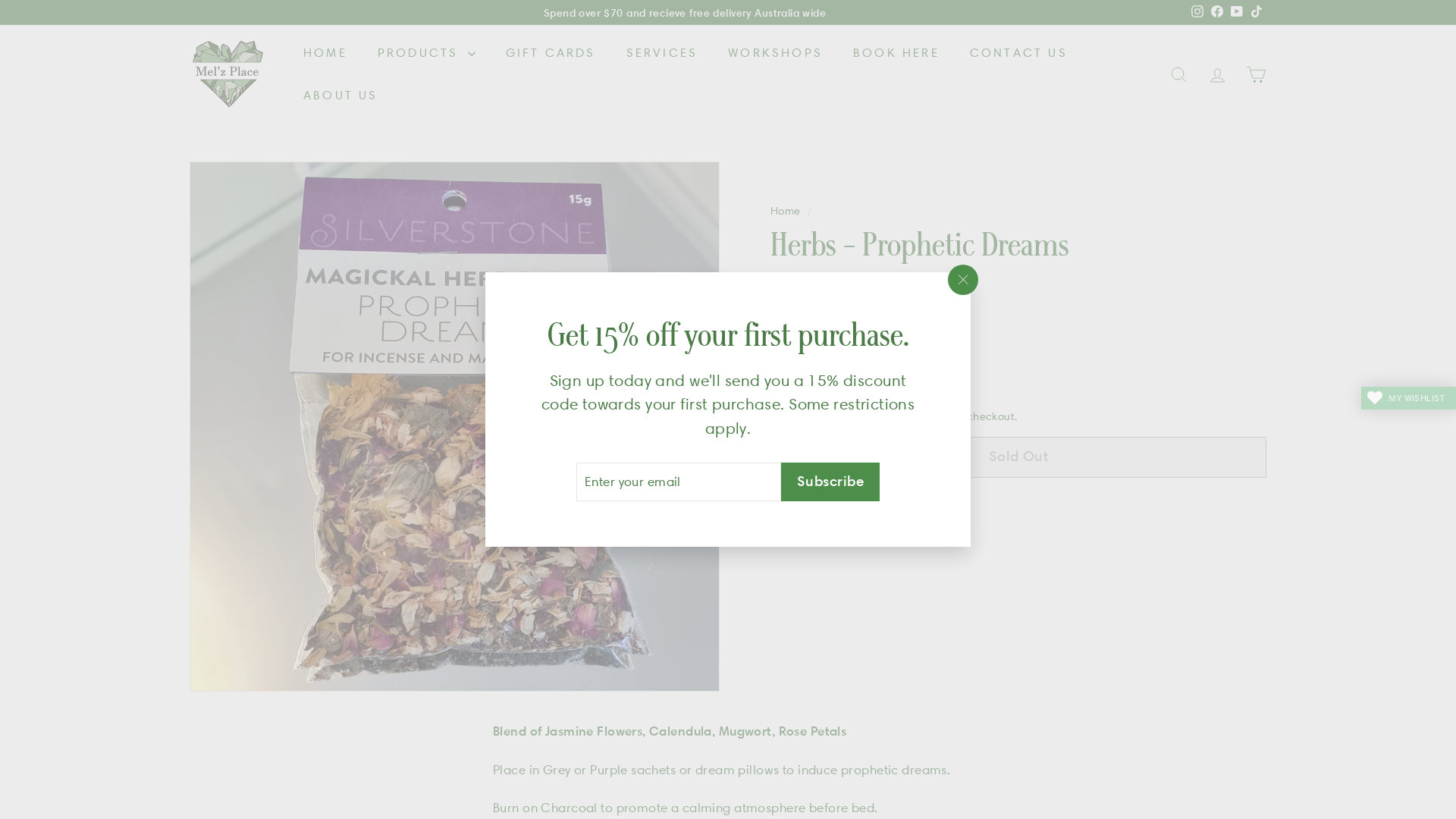  I want to click on 'SERVICES', so click(662, 52).